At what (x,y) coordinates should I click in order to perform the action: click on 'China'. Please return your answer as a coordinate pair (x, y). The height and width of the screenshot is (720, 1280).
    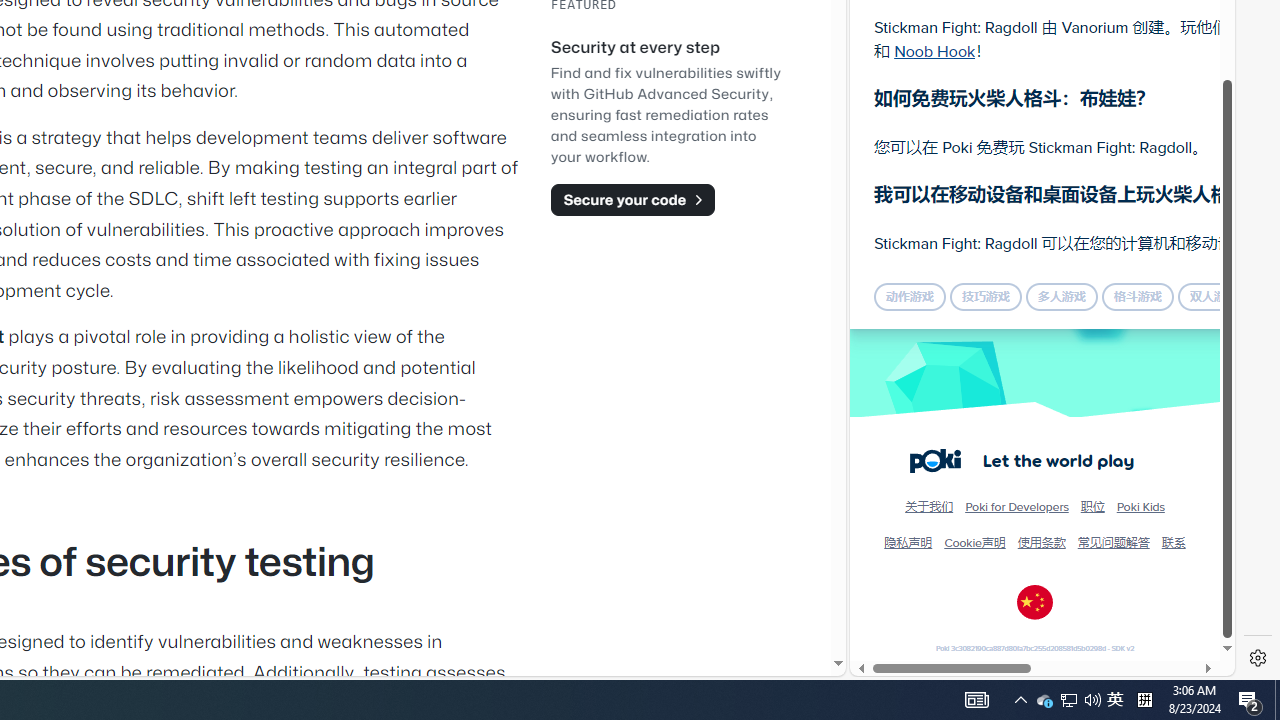
    Looking at the image, I should click on (1035, 601).